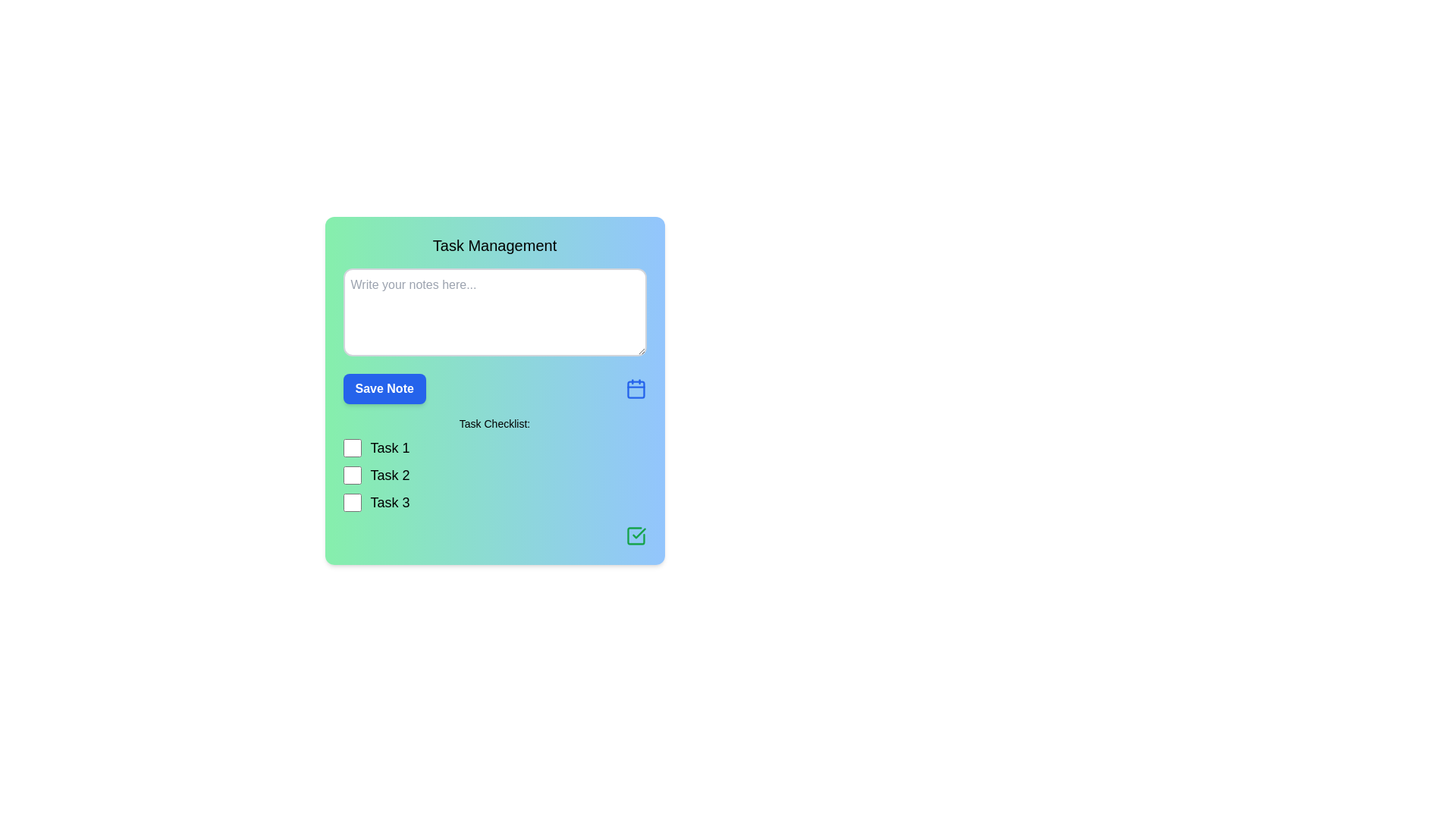  Describe the element at coordinates (390, 503) in the screenshot. I see `the descriptive label for the corresponding checkbox in the 'Task Checklist' section` at that location.